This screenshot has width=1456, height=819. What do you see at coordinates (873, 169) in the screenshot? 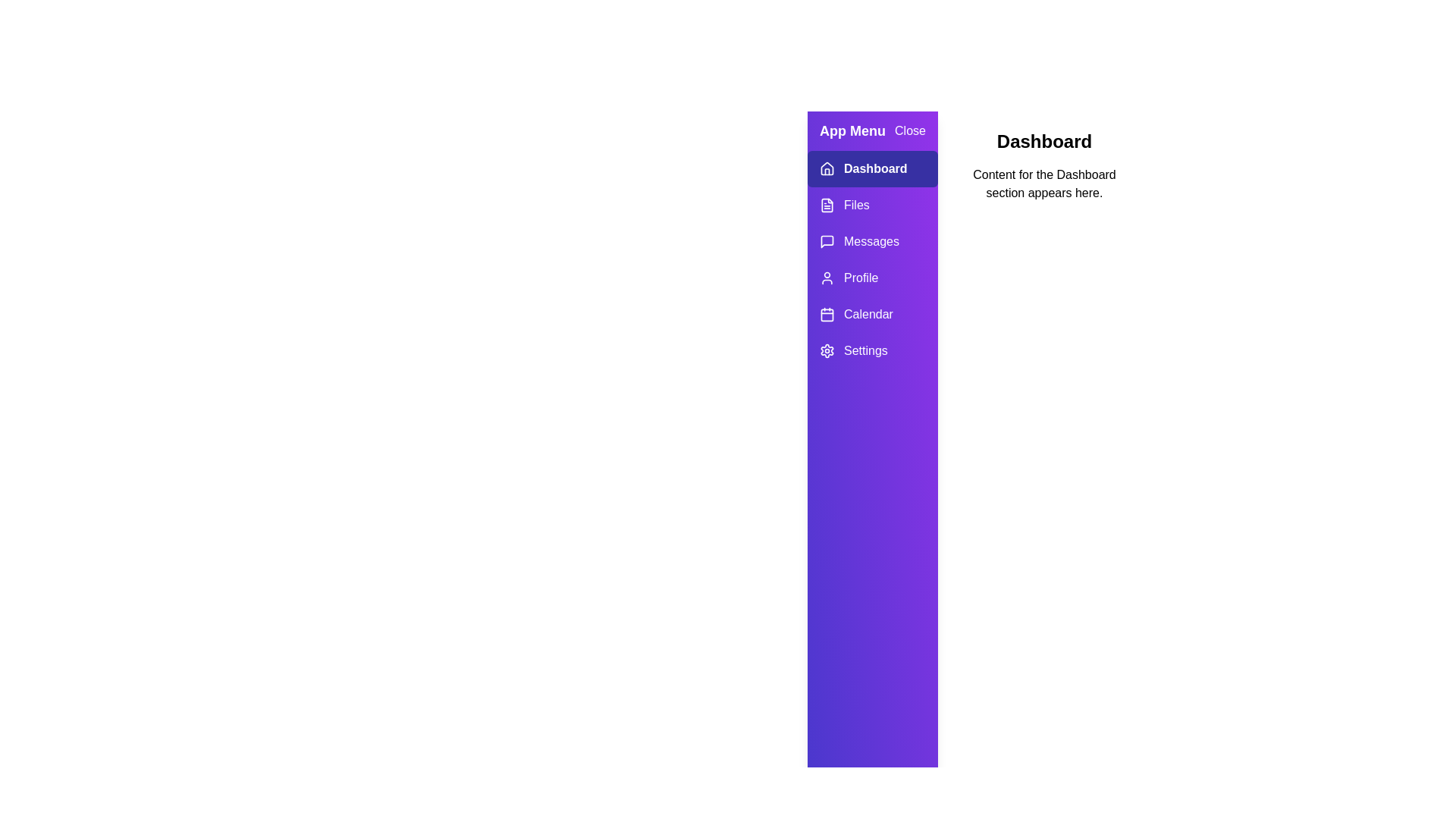
I see `the tab labeled Dashboard in the drawer` at bounding box center [873, 169].